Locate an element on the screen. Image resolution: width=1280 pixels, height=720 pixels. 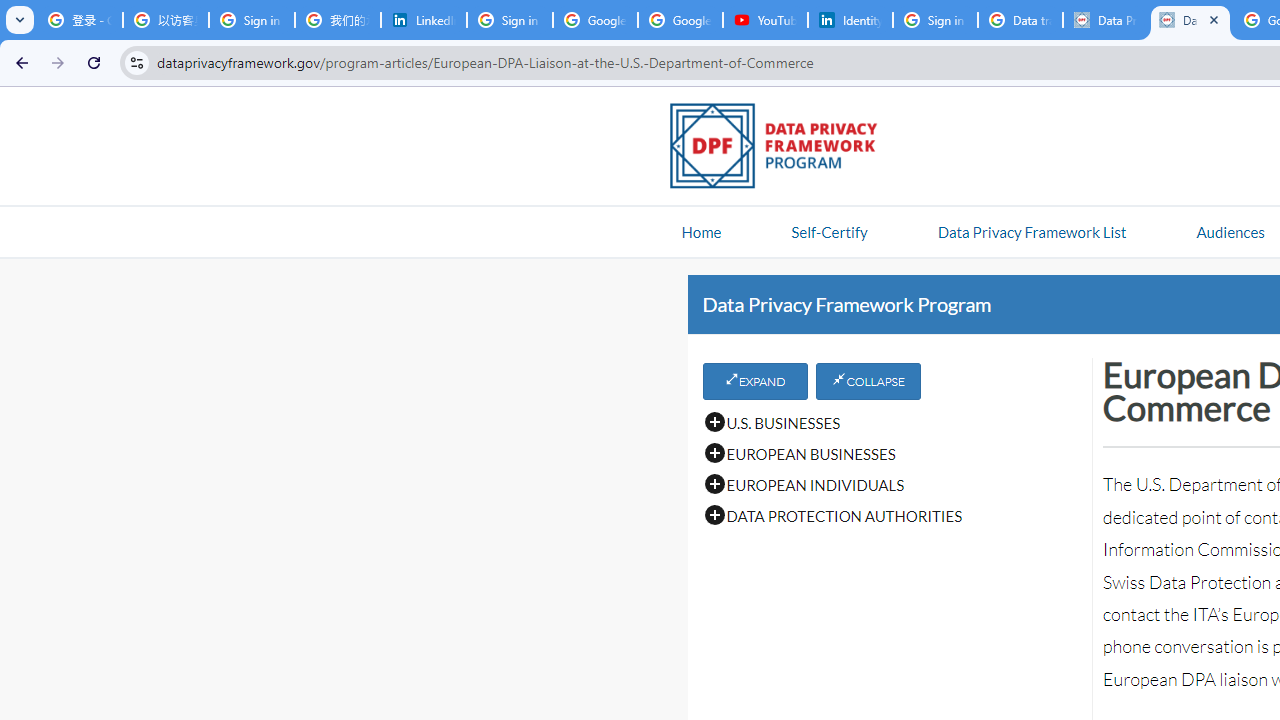
'COLLAPSE' is located at coordinates (869, 381).